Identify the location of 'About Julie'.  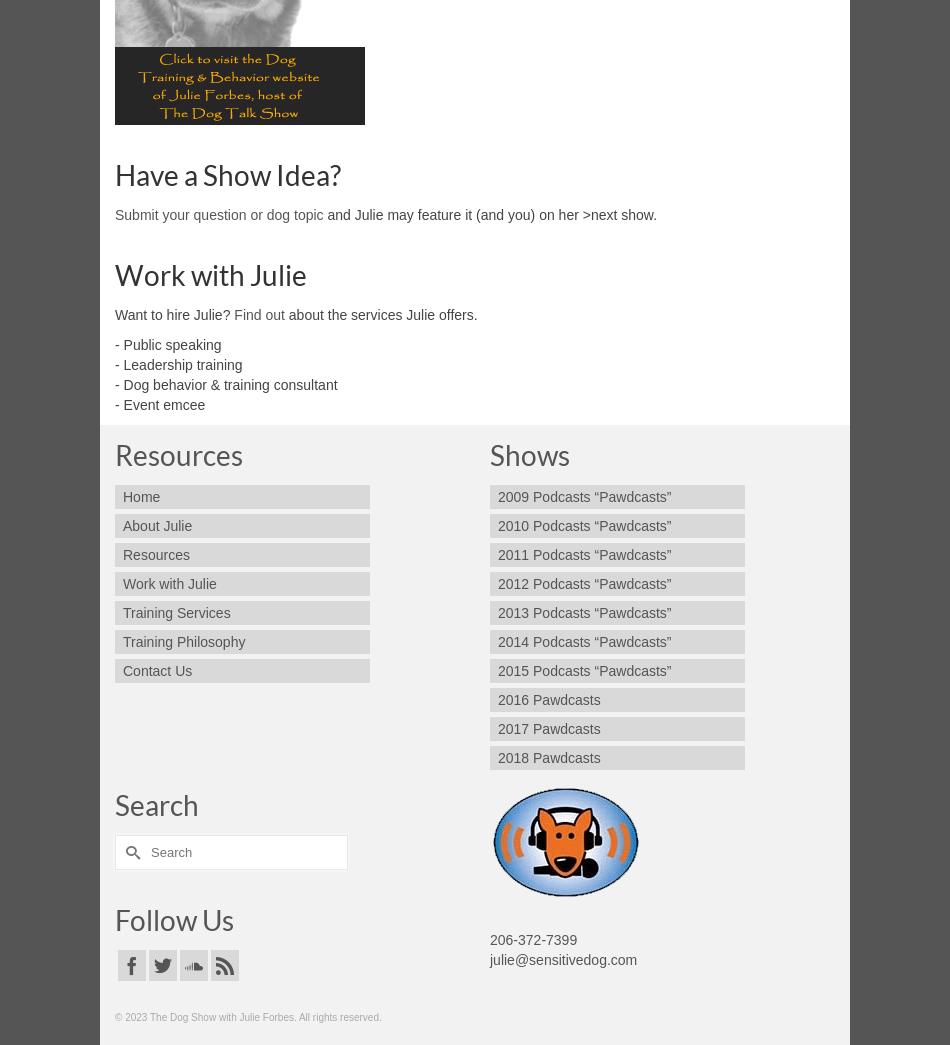
(157, 525).